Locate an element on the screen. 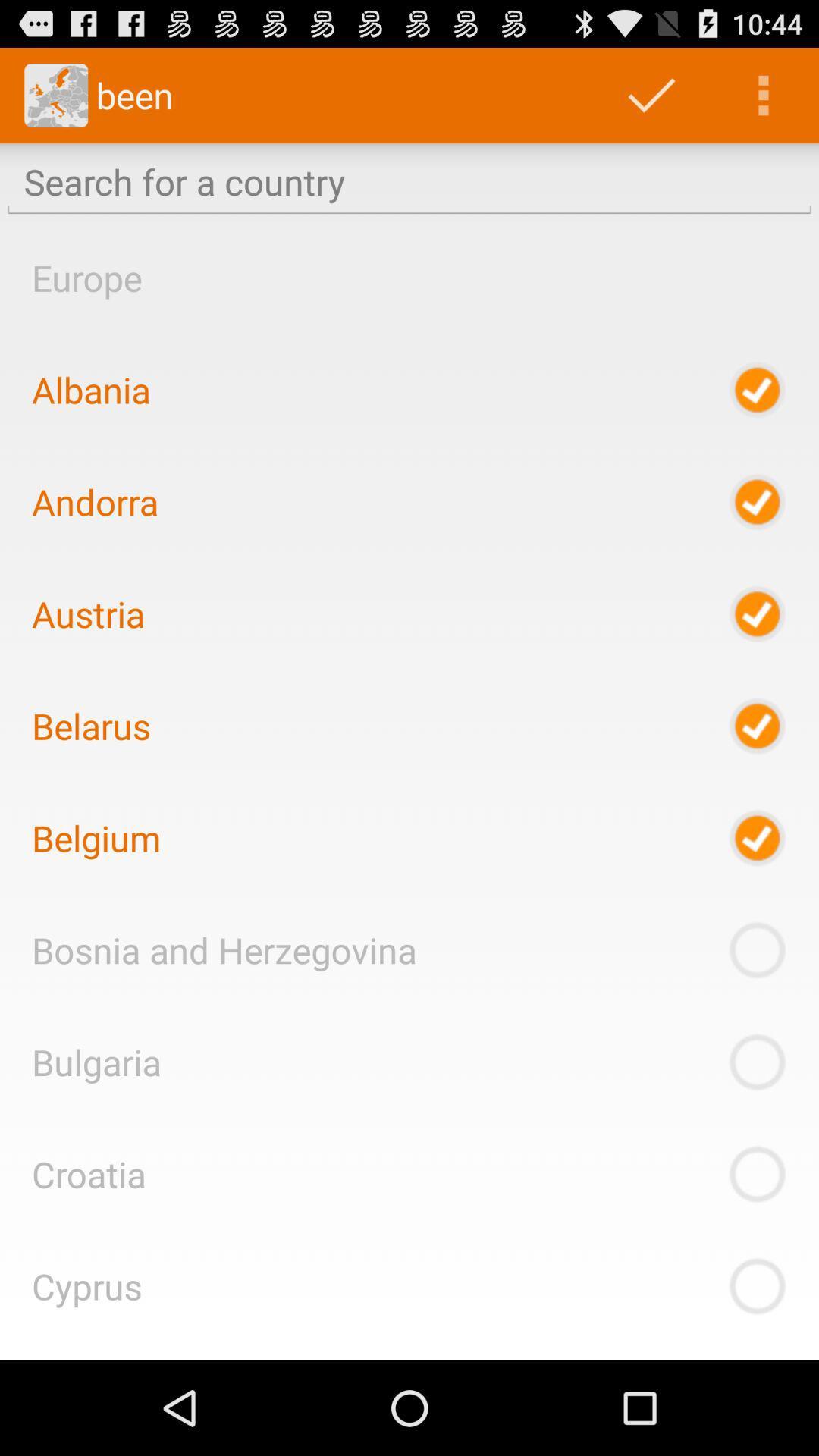 This screenshot has height=1456, width=819. the item above belarus icon is located at coordinates (88, 613).